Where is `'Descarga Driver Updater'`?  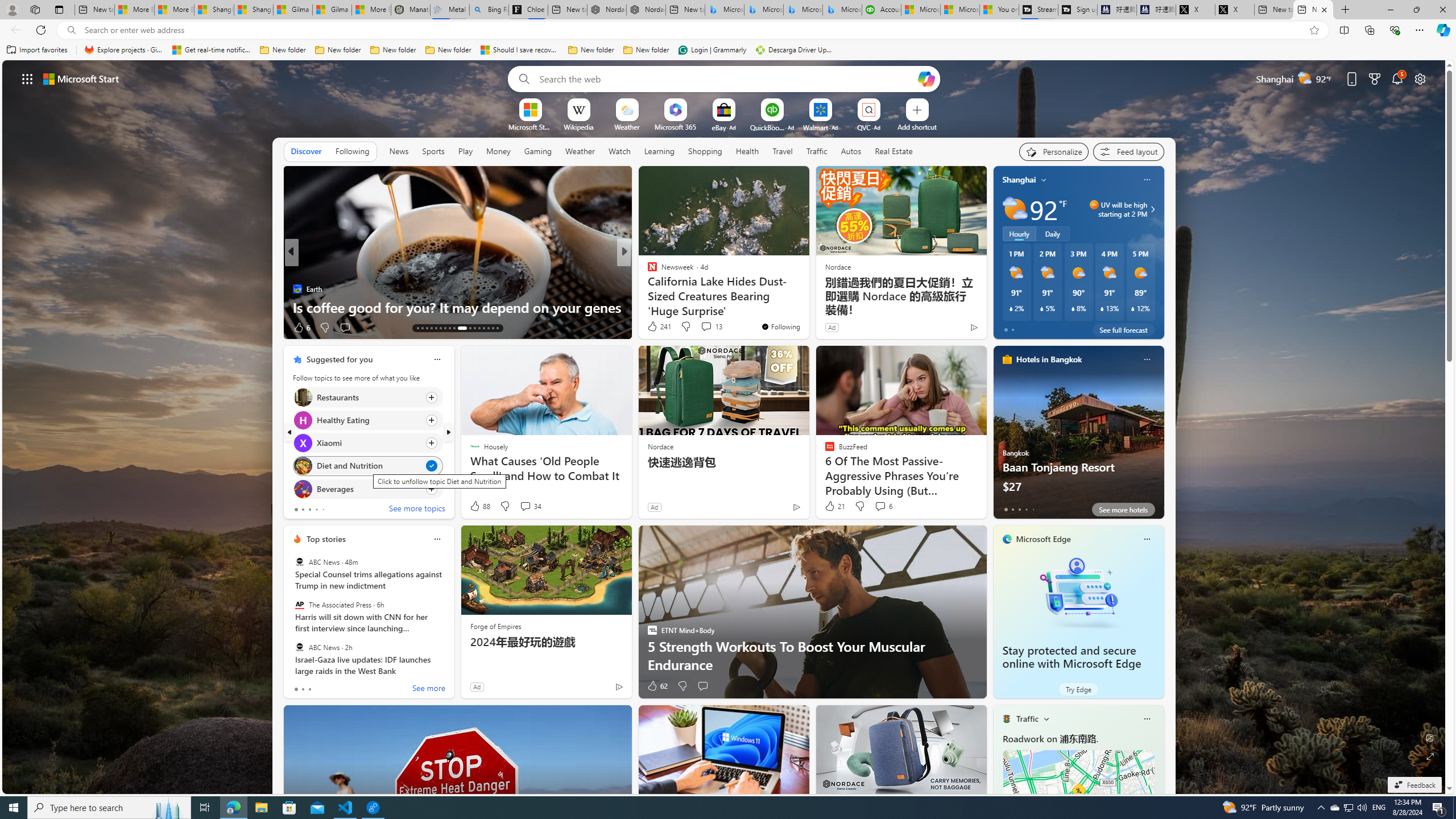 'Descarga Driver Updater' is located at coordinates (795, 49).